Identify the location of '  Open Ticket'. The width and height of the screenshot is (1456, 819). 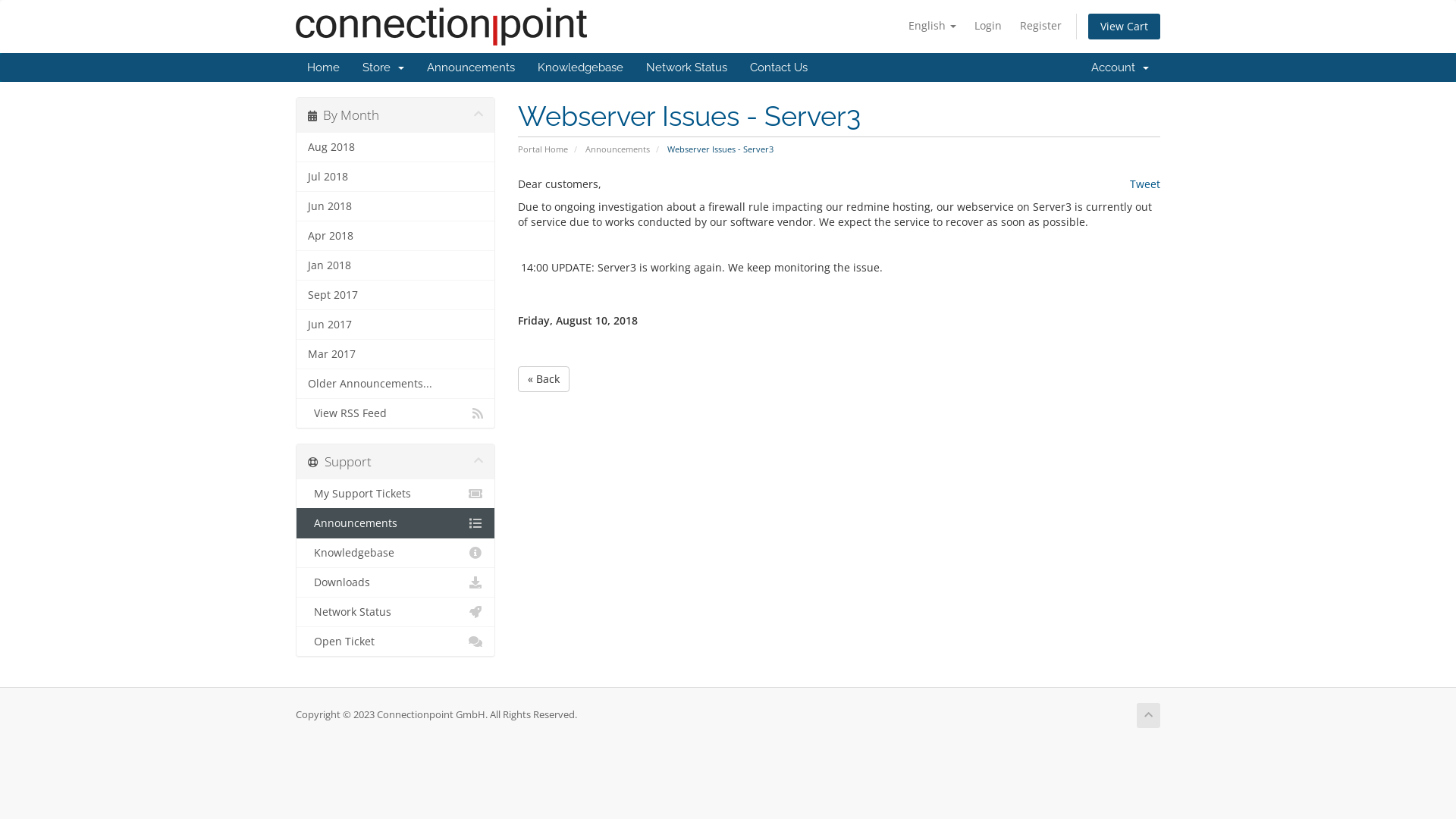
(395, 641).